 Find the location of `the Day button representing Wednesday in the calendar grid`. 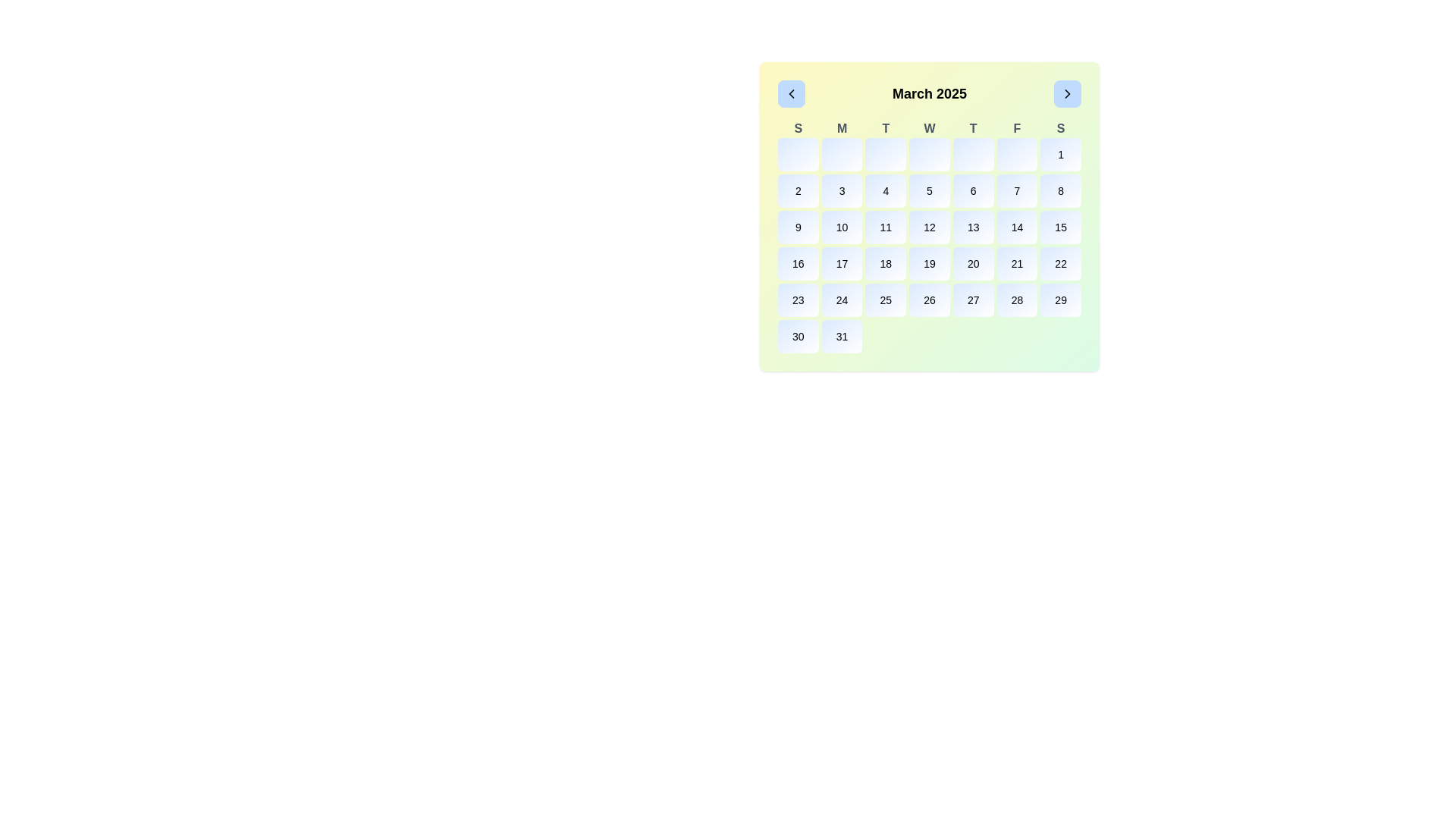

the Day button representing Wednesday in the calendar grid is located at coordinates (885, 155).